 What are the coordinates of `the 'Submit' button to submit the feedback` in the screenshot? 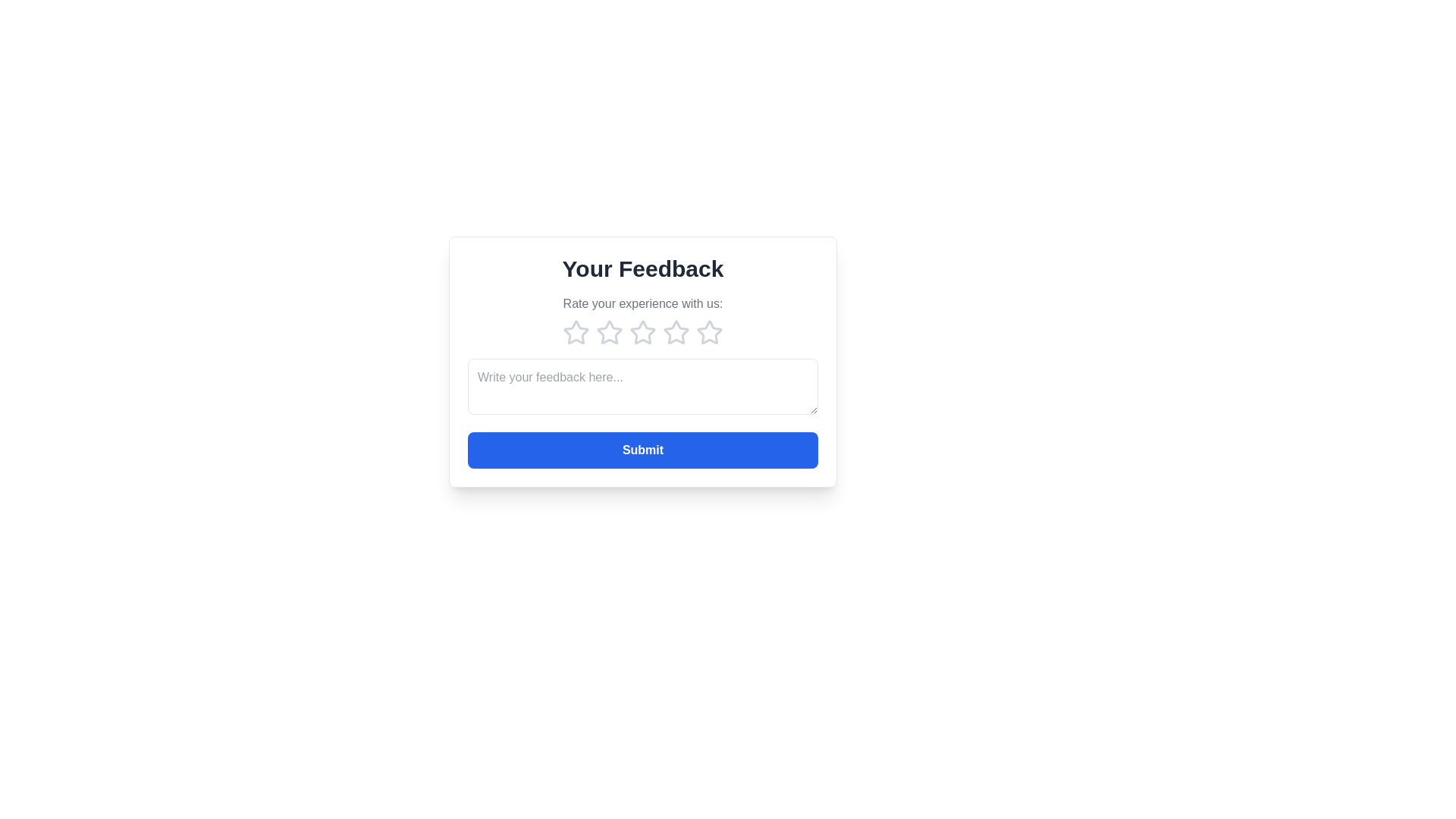 It's located at (643, 450).